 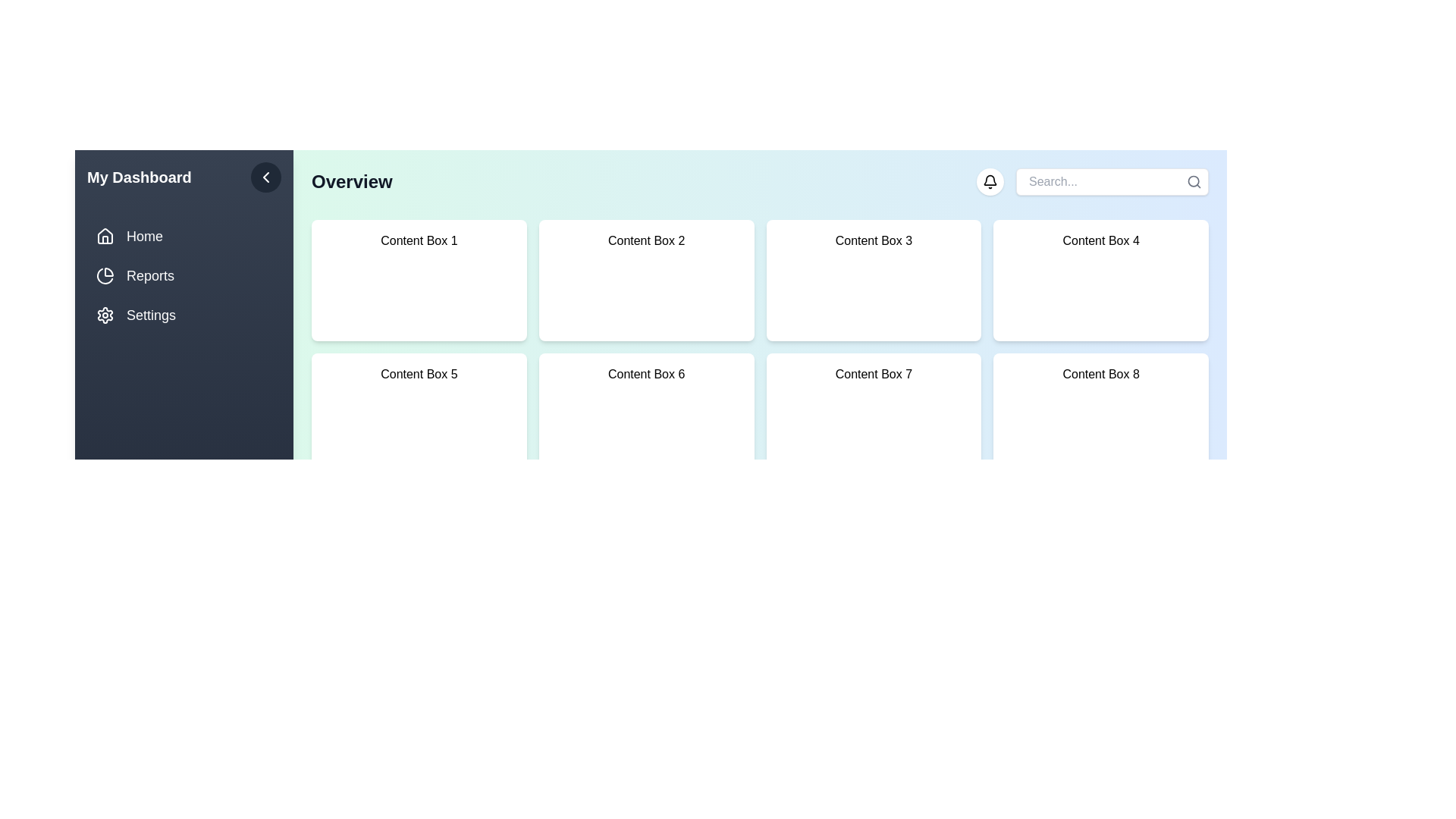 What do you see at coordinates (265, 177) in the screenshot?
I see `the sidebar toggle button to toggle the sidebar open or close` at bounding box center [265, 177].